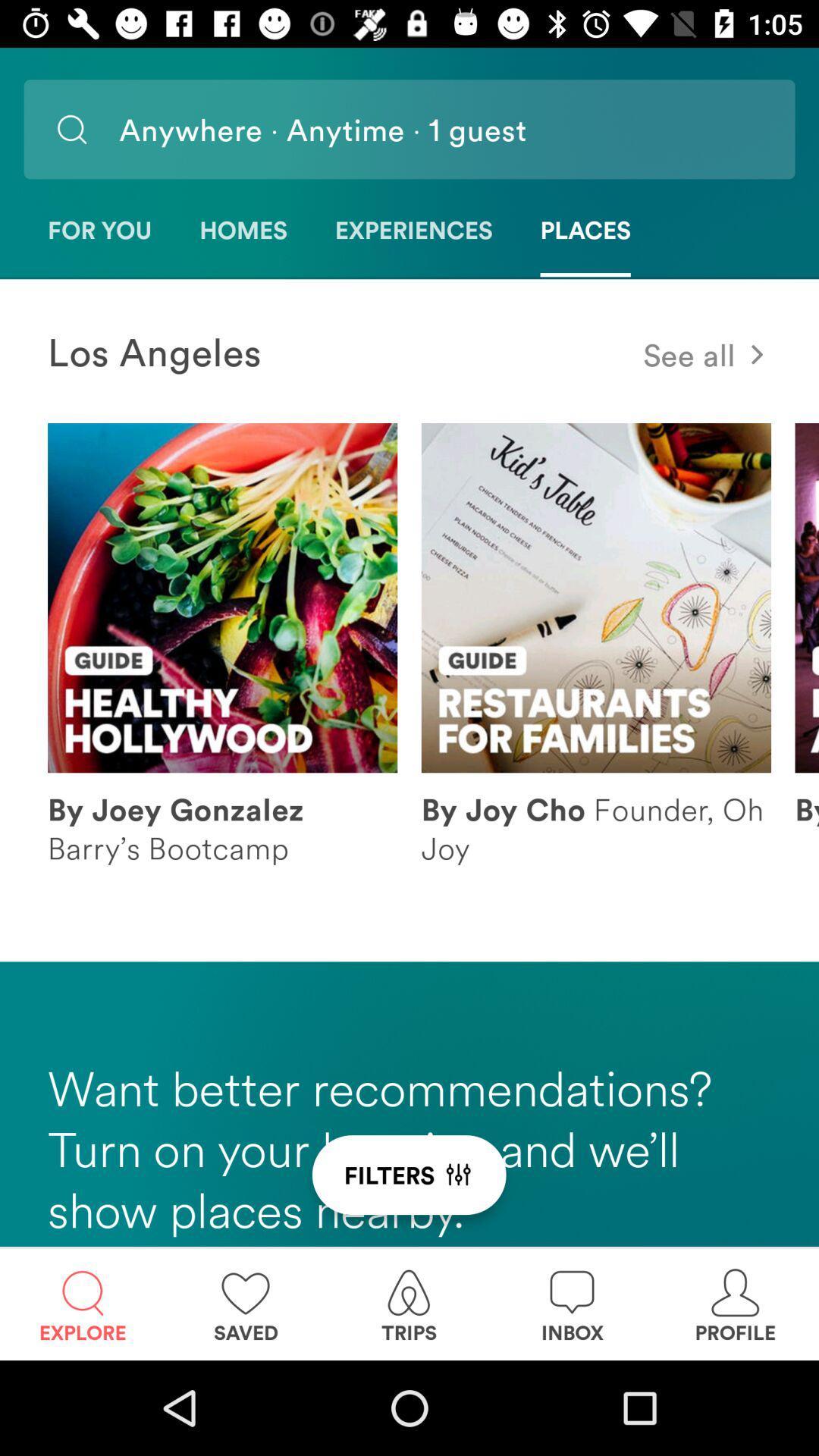 The image size is (819, 1456). Describe the element at coordinates (71, 129) in the screenshot. I see `the search icon` at that location.